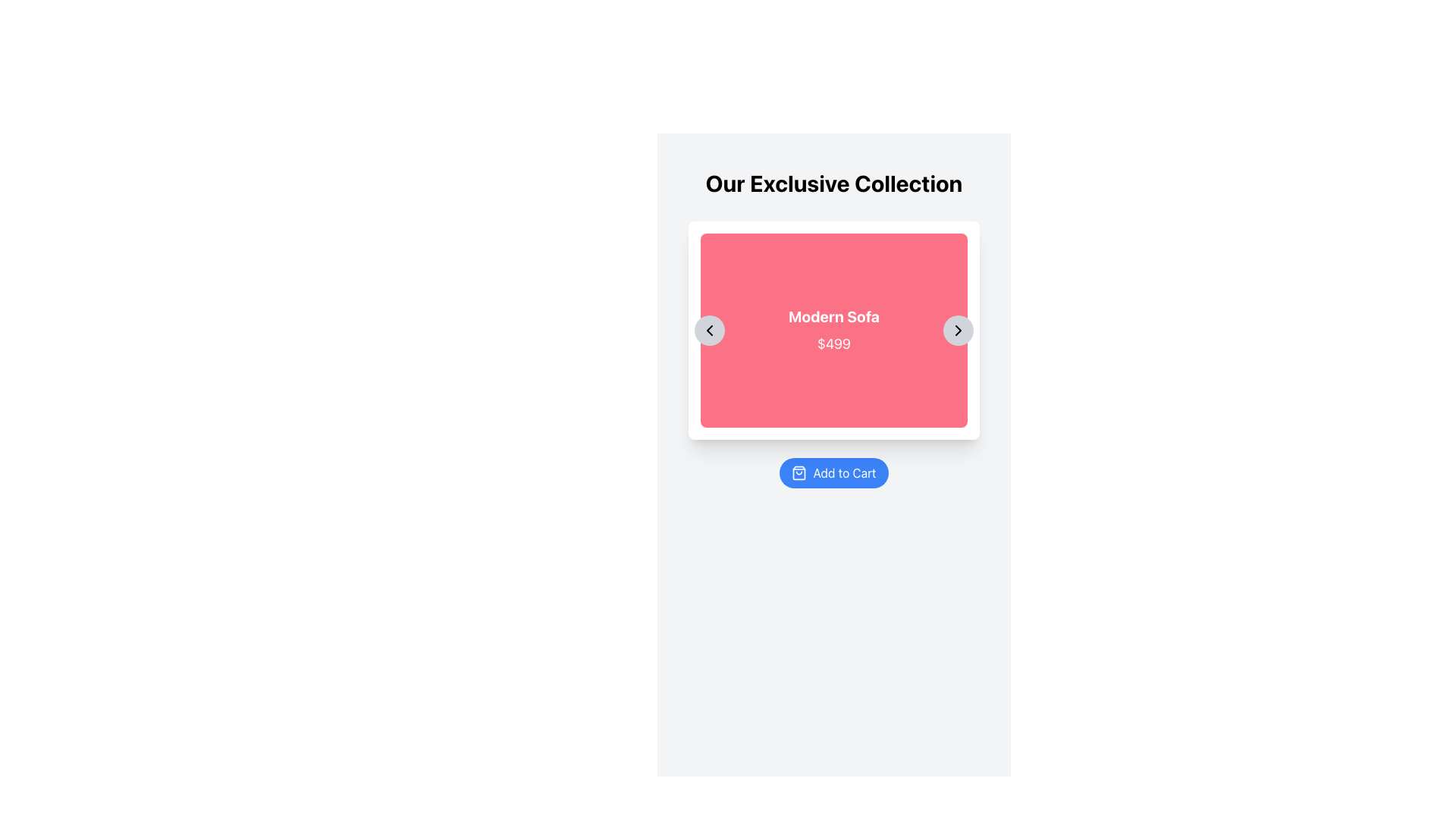  Describe the element at coordinates (833, 344) in the screenshot. I see `the text label displaying the price '$499', which is styled with a large, white font against a red background and located below the text 'Modern Sofa'` at that location.